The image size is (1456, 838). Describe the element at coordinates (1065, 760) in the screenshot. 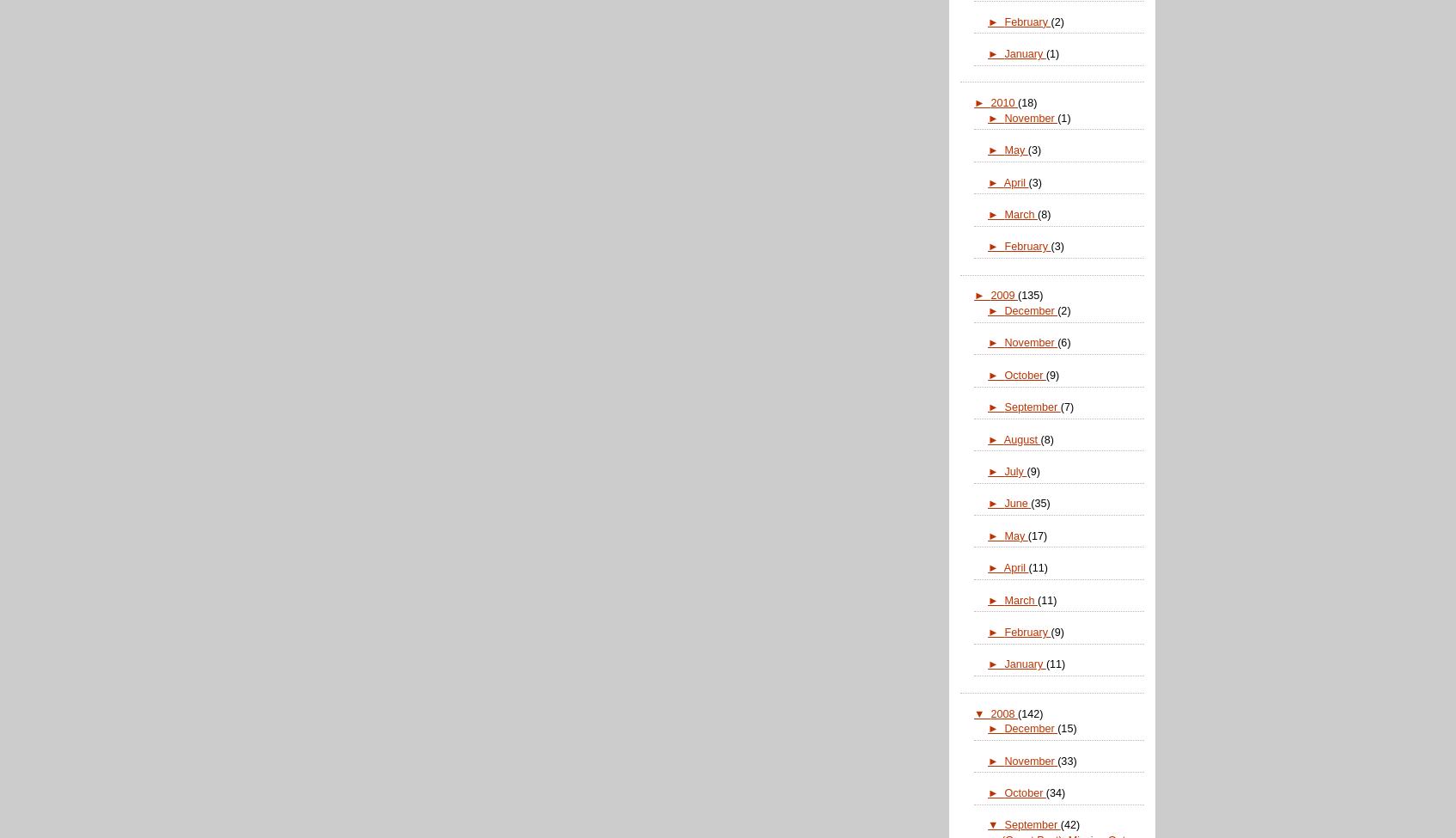

I see `'(33)'` at that location.